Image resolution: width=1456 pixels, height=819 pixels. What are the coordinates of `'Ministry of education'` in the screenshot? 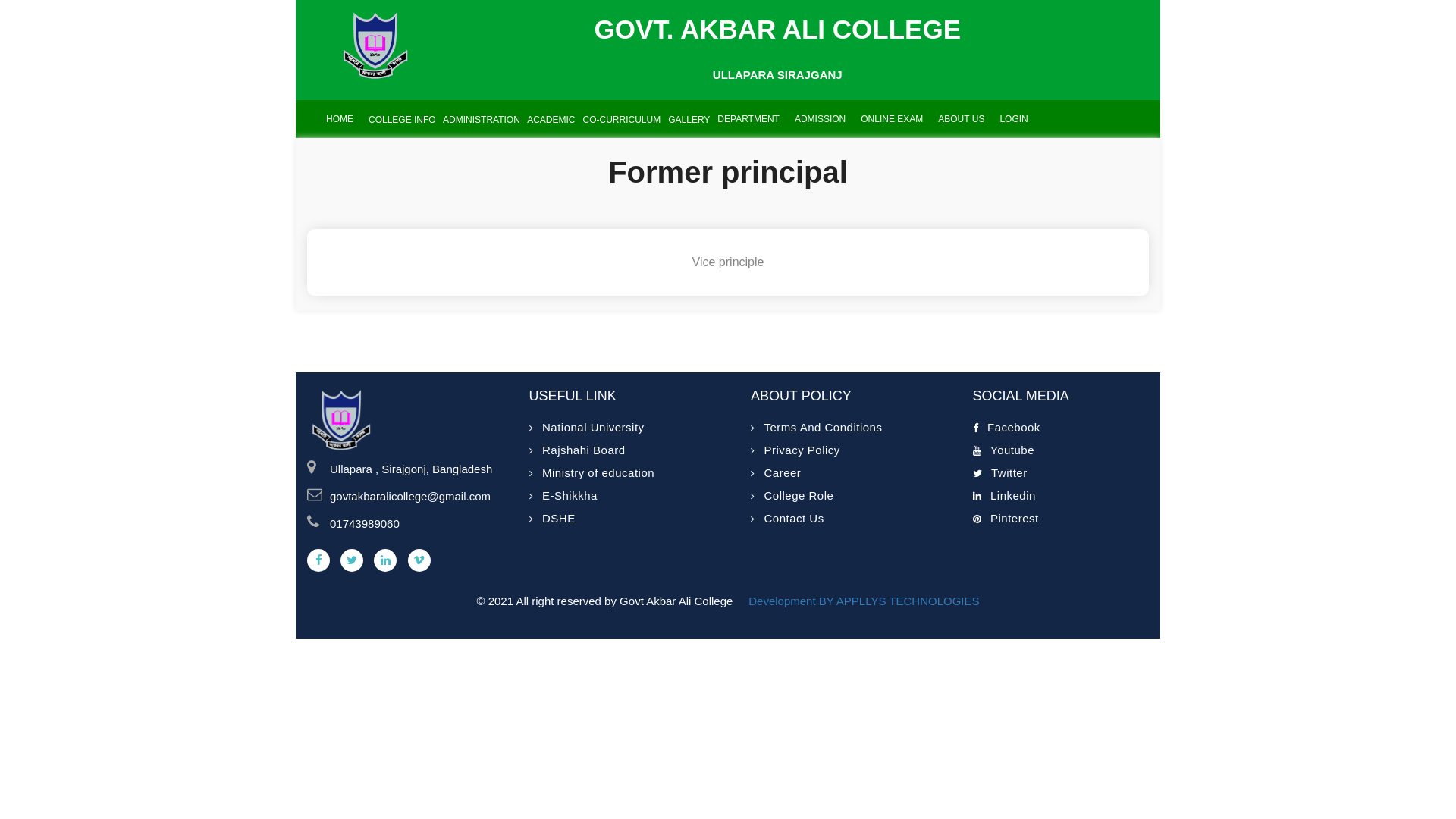 It's located at (591, 472).